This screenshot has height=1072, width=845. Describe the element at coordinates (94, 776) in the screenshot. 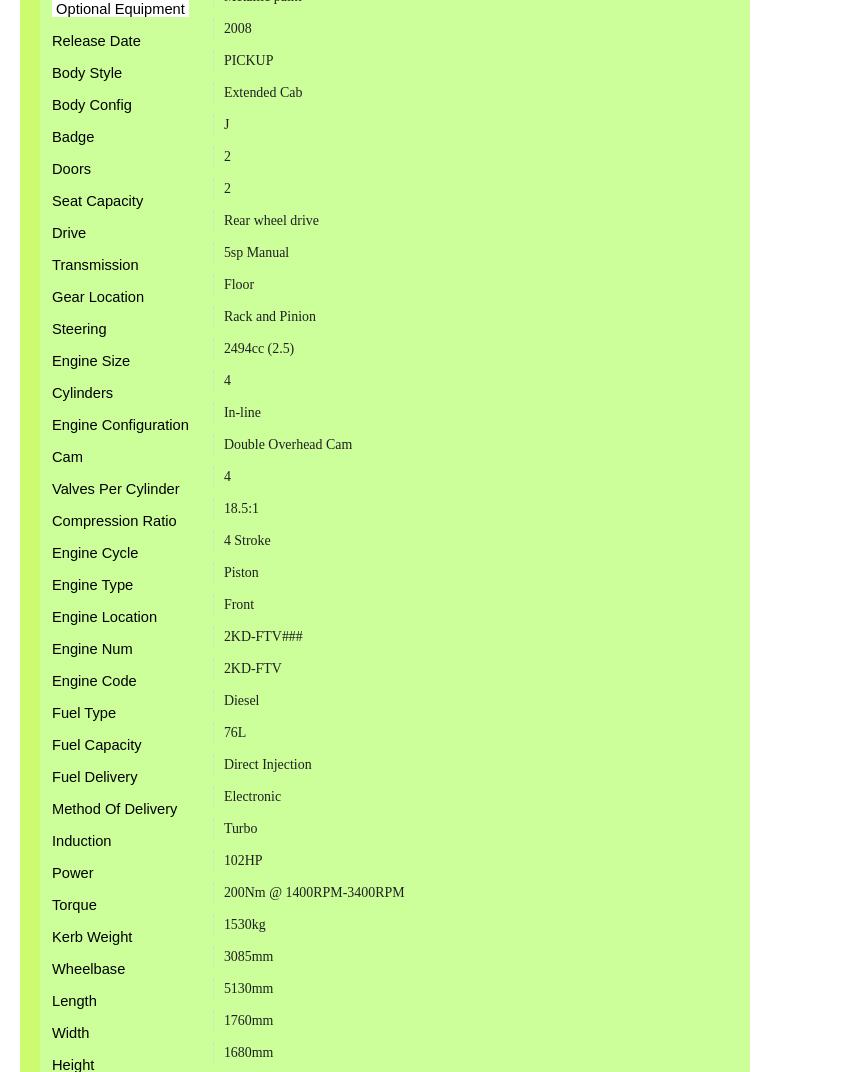

I see `'Fuel Delivery'` at that location.